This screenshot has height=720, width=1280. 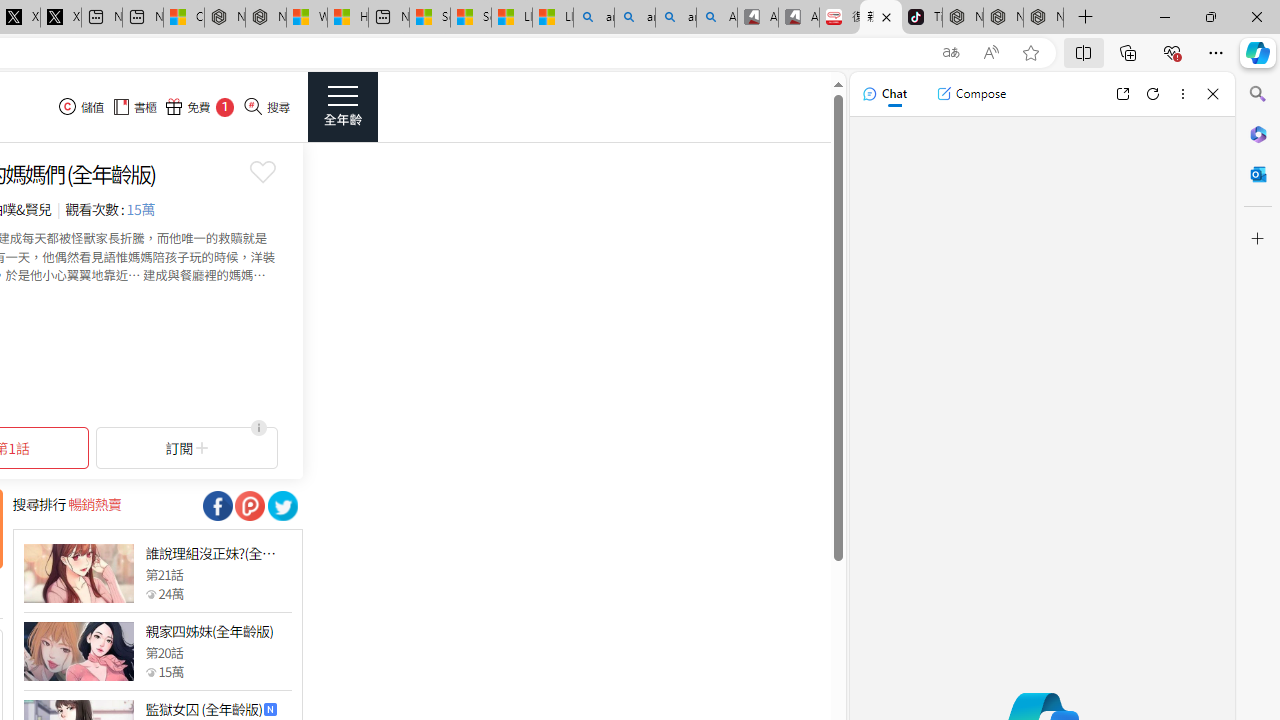 I want to click on 'Chat', so click(x=883, y=93).